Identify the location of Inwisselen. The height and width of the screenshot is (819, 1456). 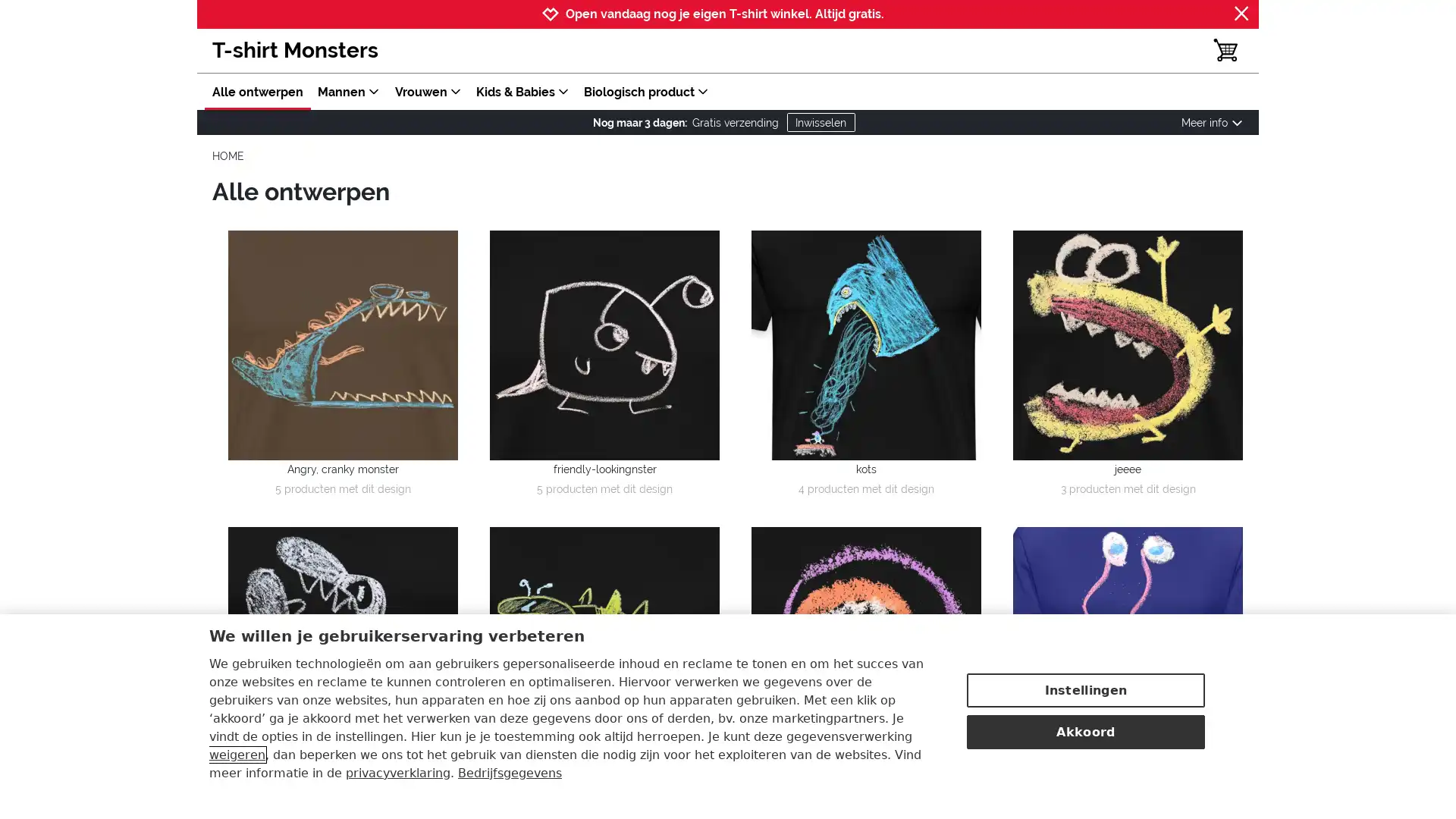
(819, 121).